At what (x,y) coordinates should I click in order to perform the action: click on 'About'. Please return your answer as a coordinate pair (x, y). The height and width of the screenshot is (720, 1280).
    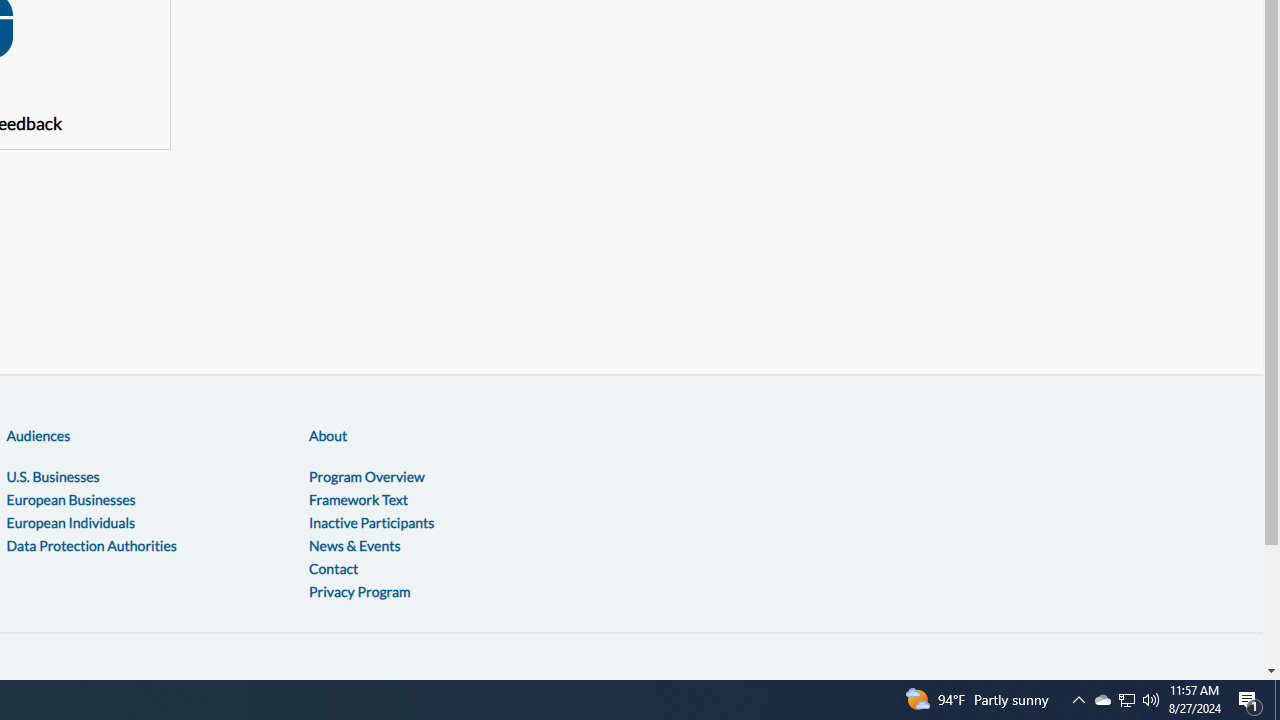
    Looking at the image, I should click on (328, 434).